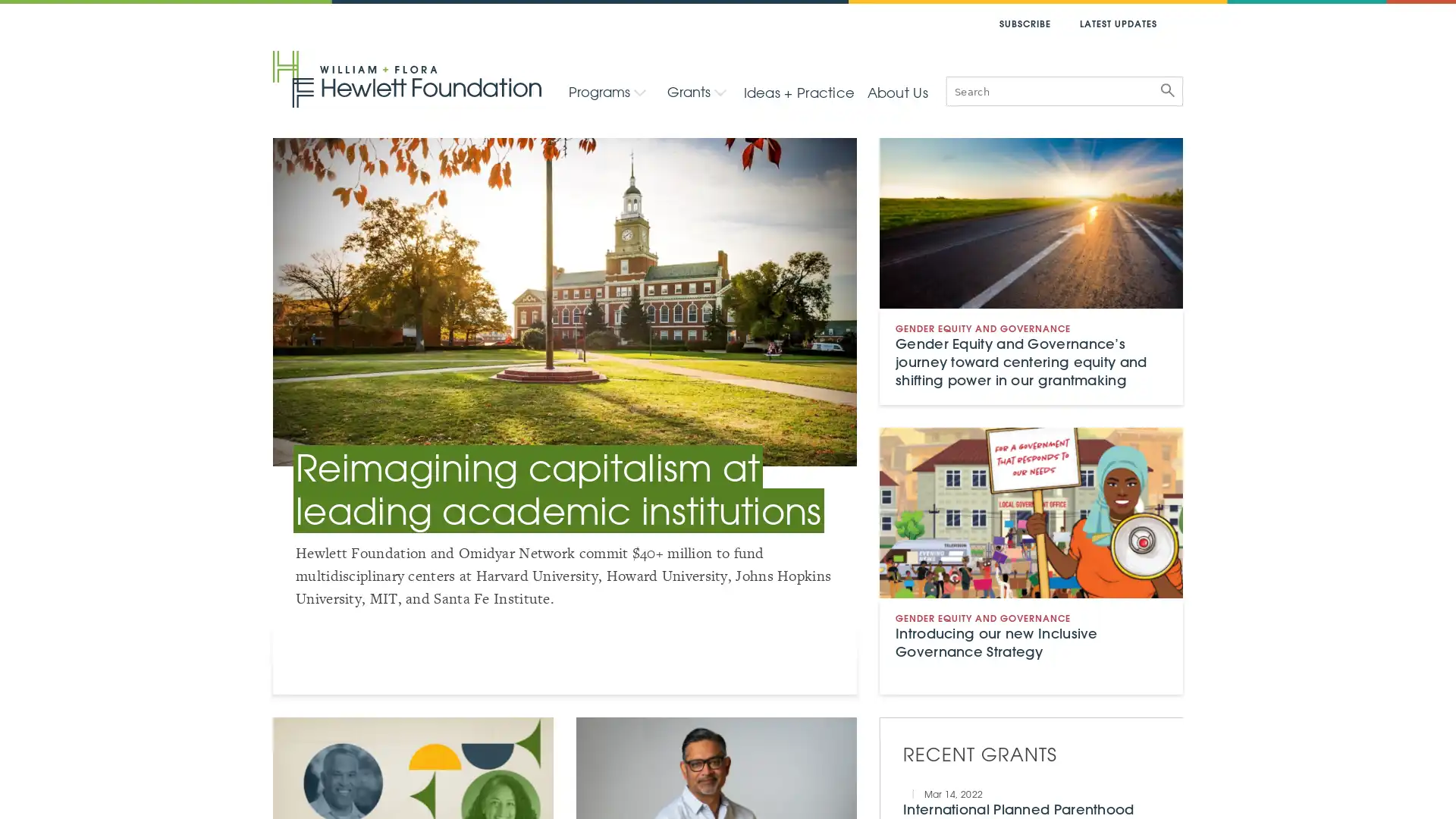 Image resolution: width=1456 pixels, height=819 pixels. Describe the element at coordinates (607, 91) in the screenshot. I see `Programs` at that location.